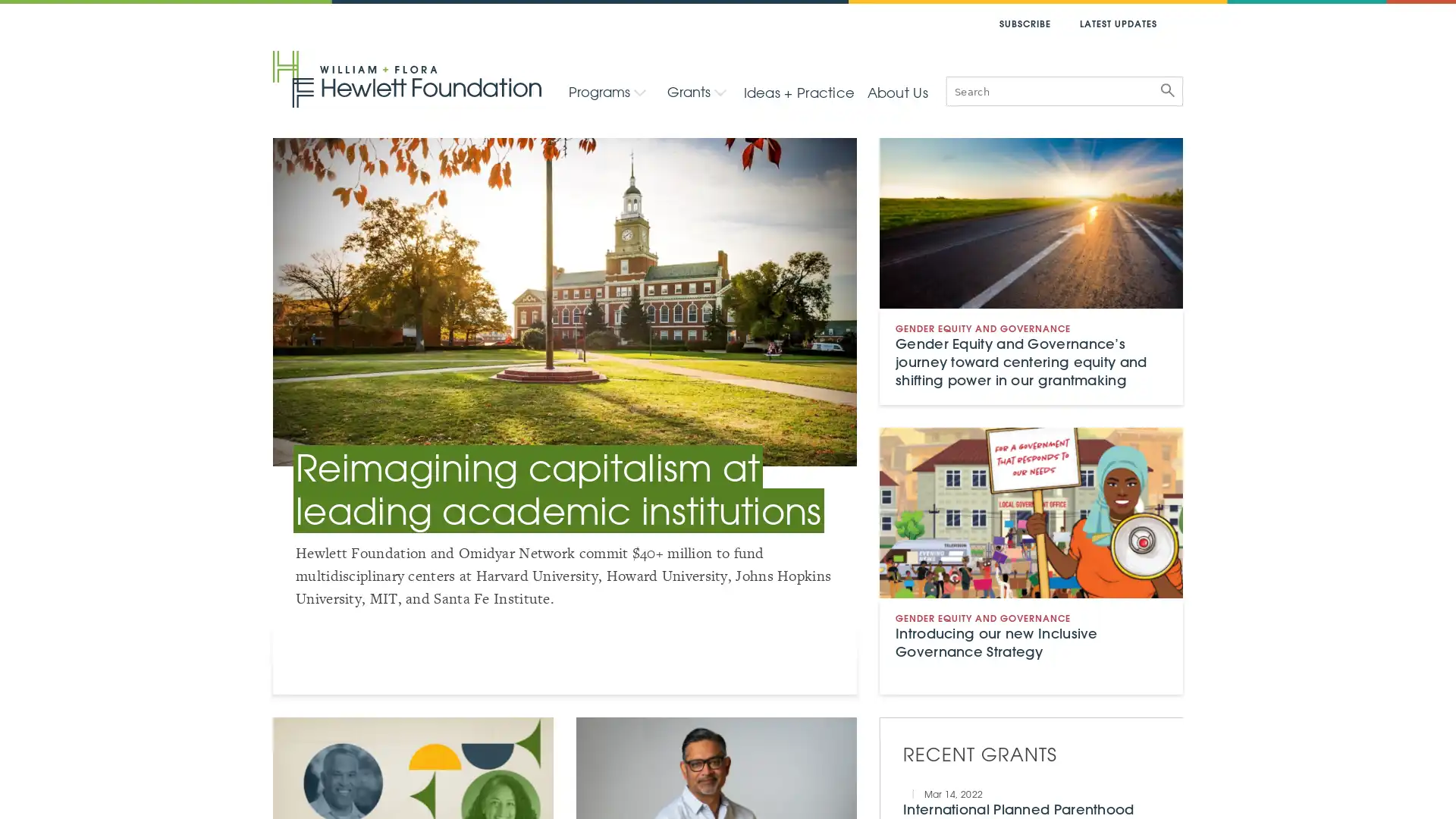 Image resolution: width=1456 pixels, height=819 pixels. Describe the element at coordinates (607, 91) in the screenshot. I see `Programs` at that location.